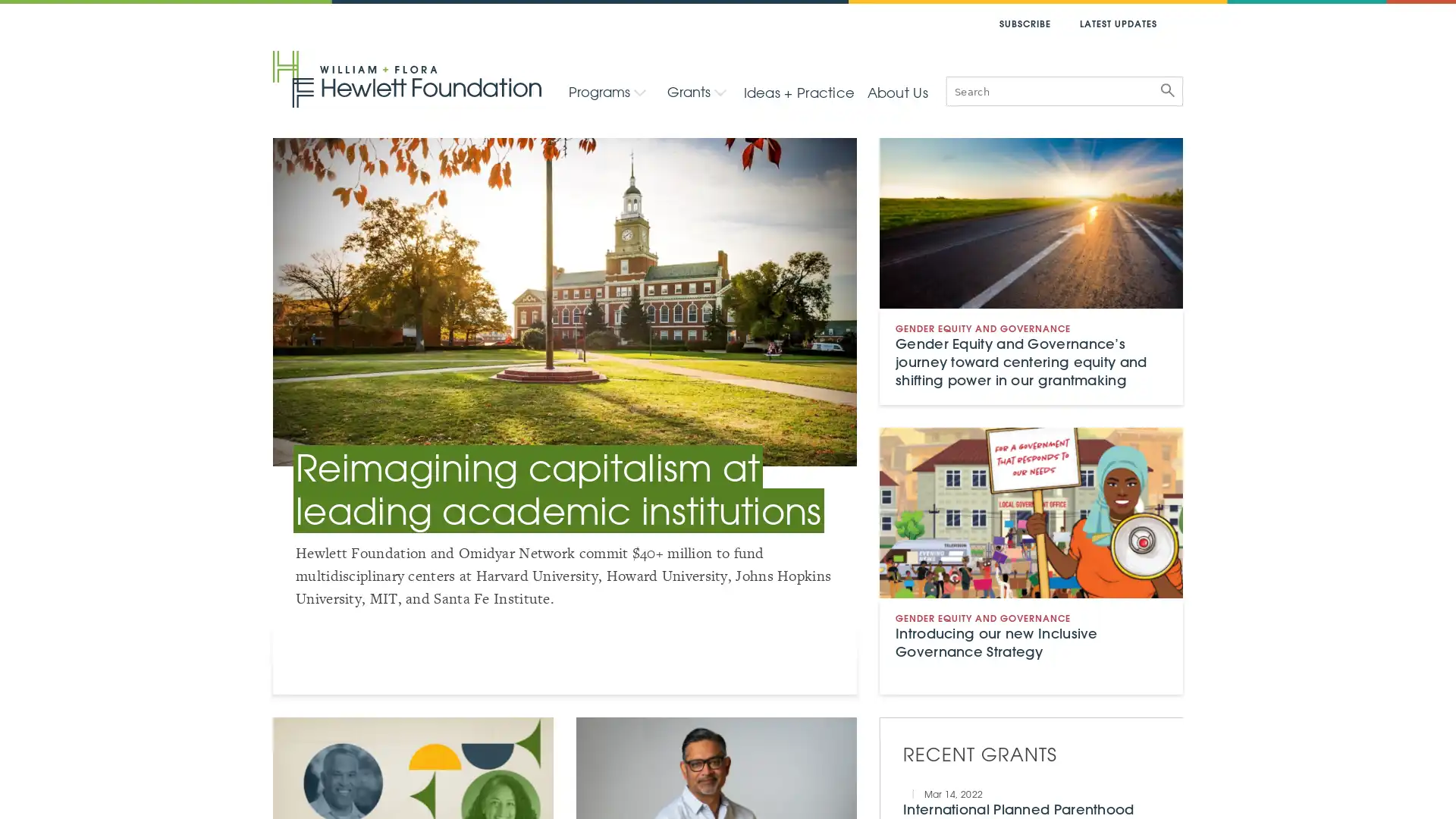 Image resolution: width=1456 pixels, height=819 pixels. Describe the element at coordinates (607, 91) in the screenshot. I see `Programs` at that location.